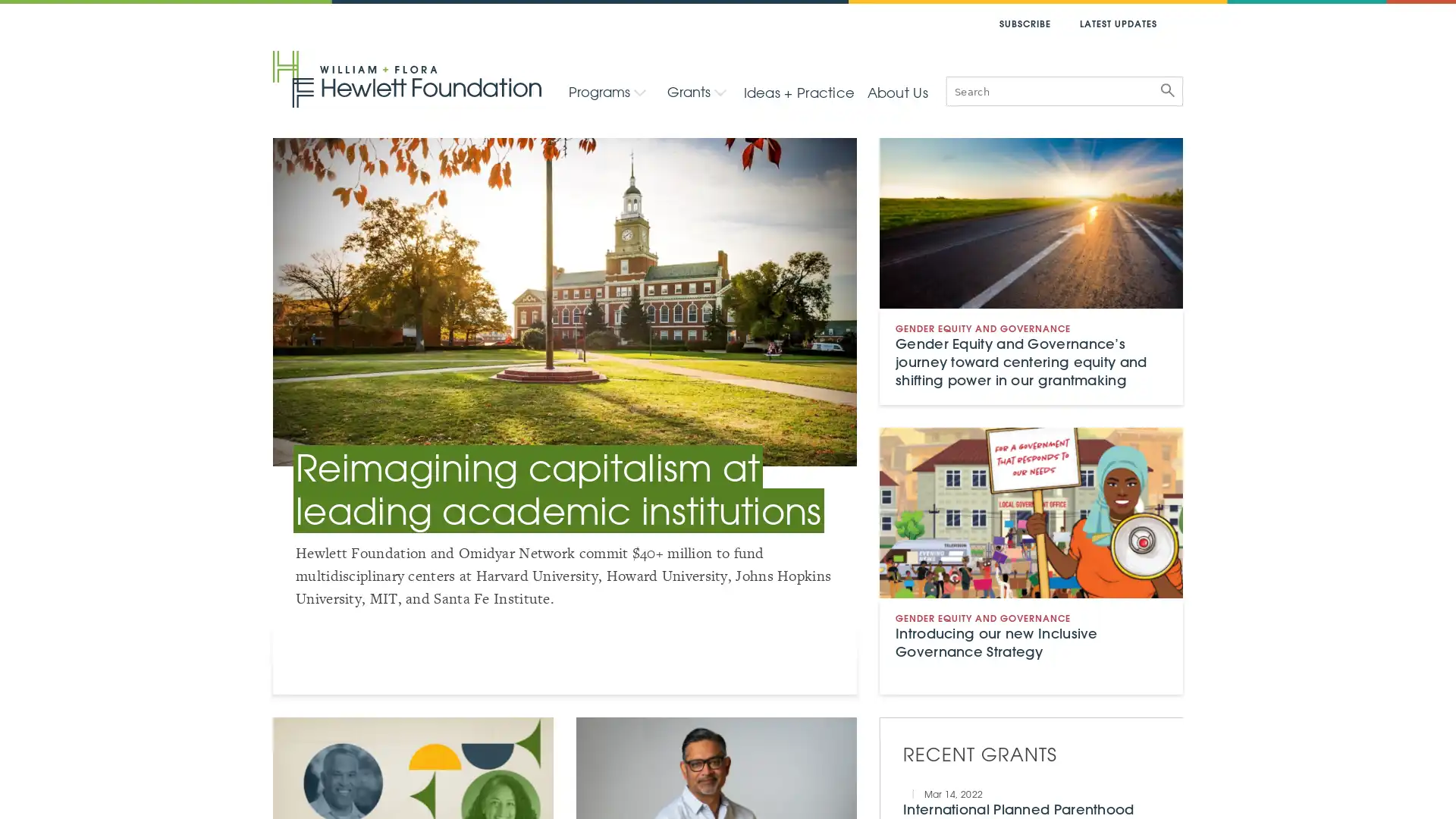 Image resolution: width=1456 pixels, height=819 pixels. Describe the element at coordinates (607, 91) in the screenshot. I see `Programs` at that location.